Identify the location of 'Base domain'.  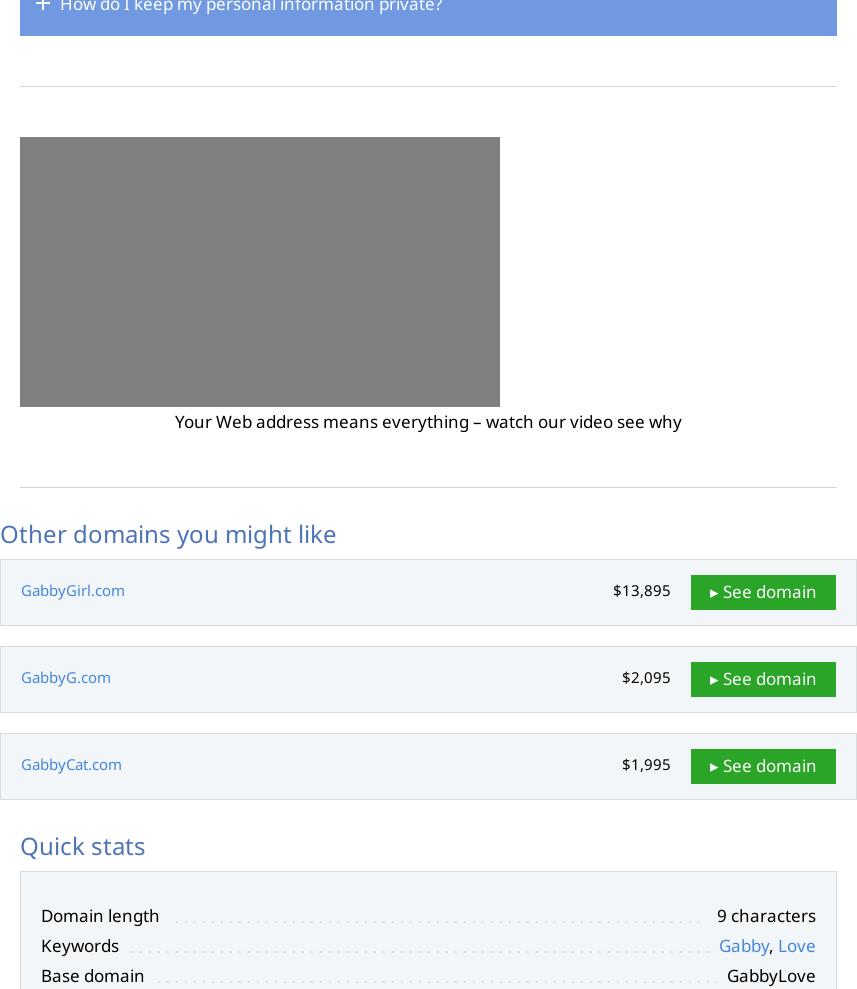
(92, 974).